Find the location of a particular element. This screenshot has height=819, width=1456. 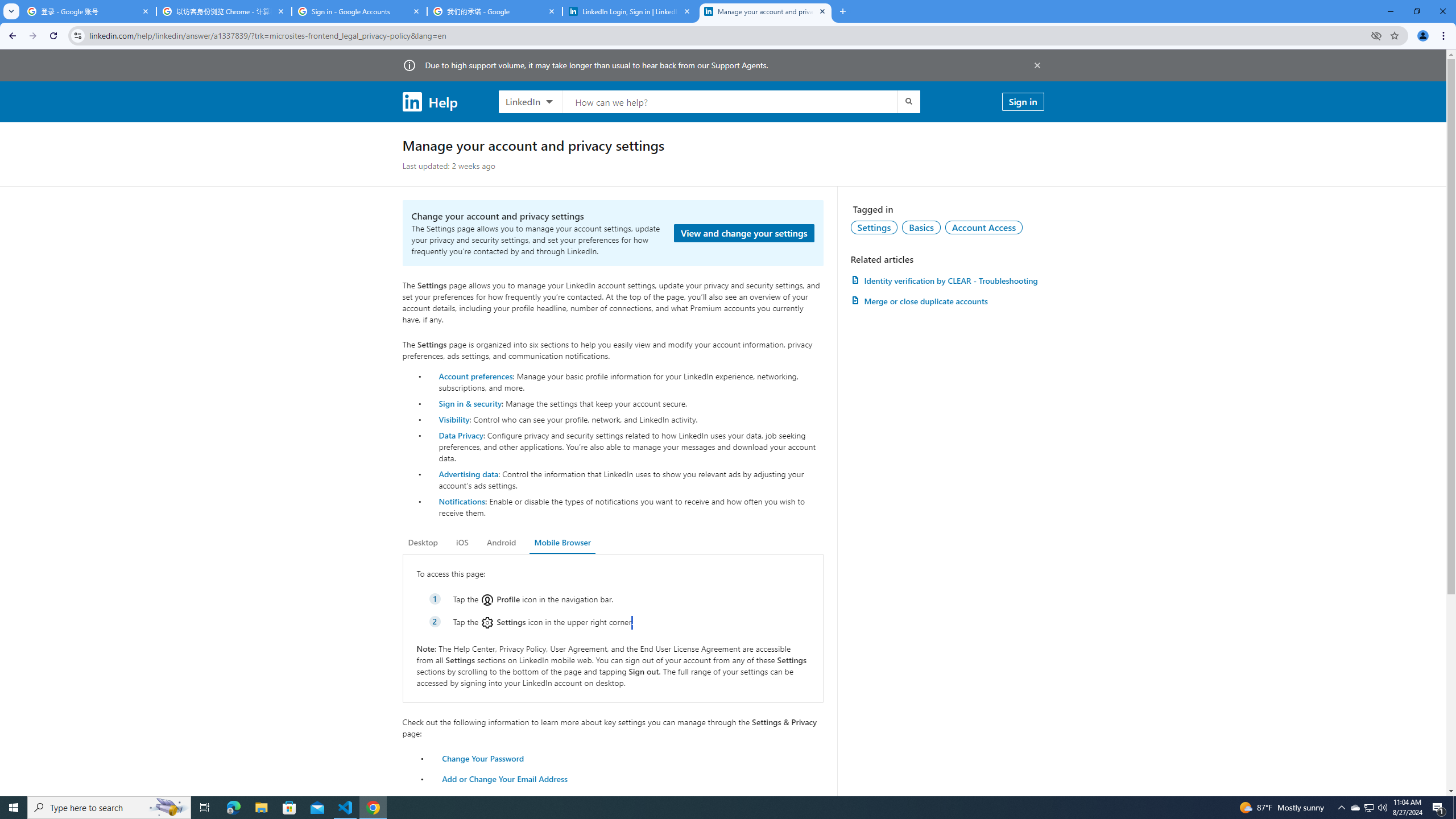

'Data Privacy' is located at coordinates (461, 434).